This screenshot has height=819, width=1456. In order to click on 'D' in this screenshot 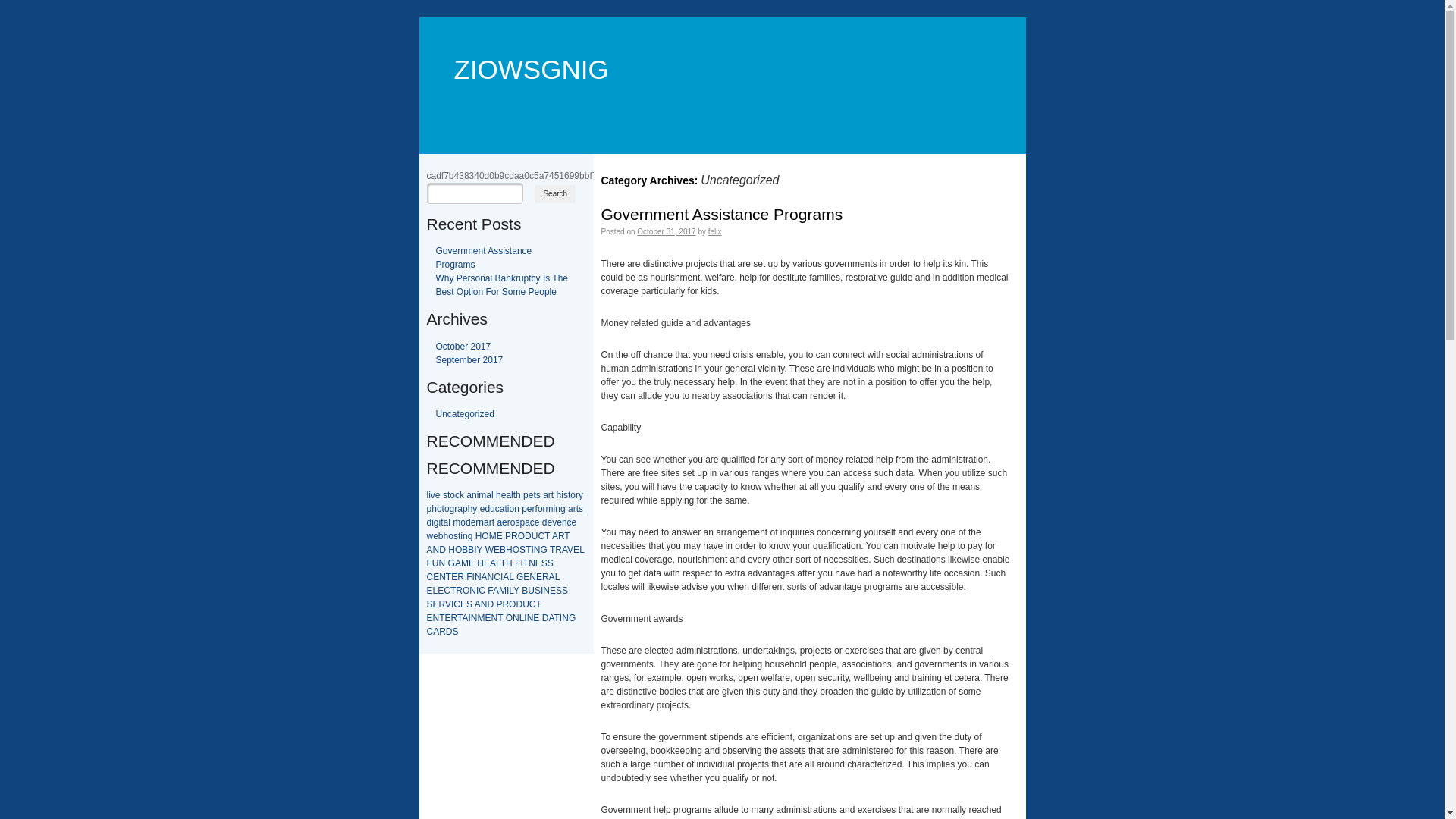, I will do `click(528, 535)`.